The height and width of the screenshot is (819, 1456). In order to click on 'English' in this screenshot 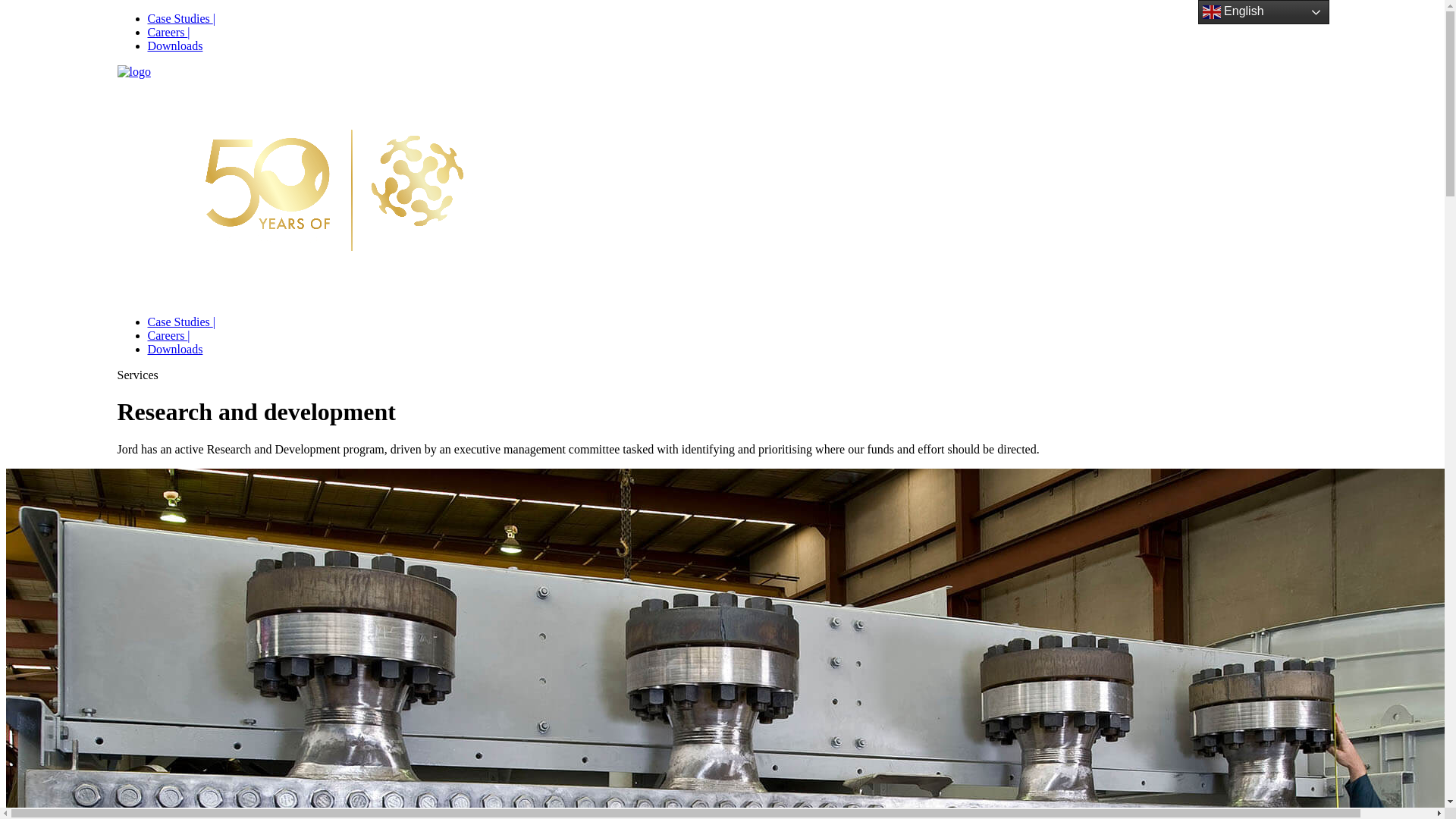, I will do `click(1263, 11)`.